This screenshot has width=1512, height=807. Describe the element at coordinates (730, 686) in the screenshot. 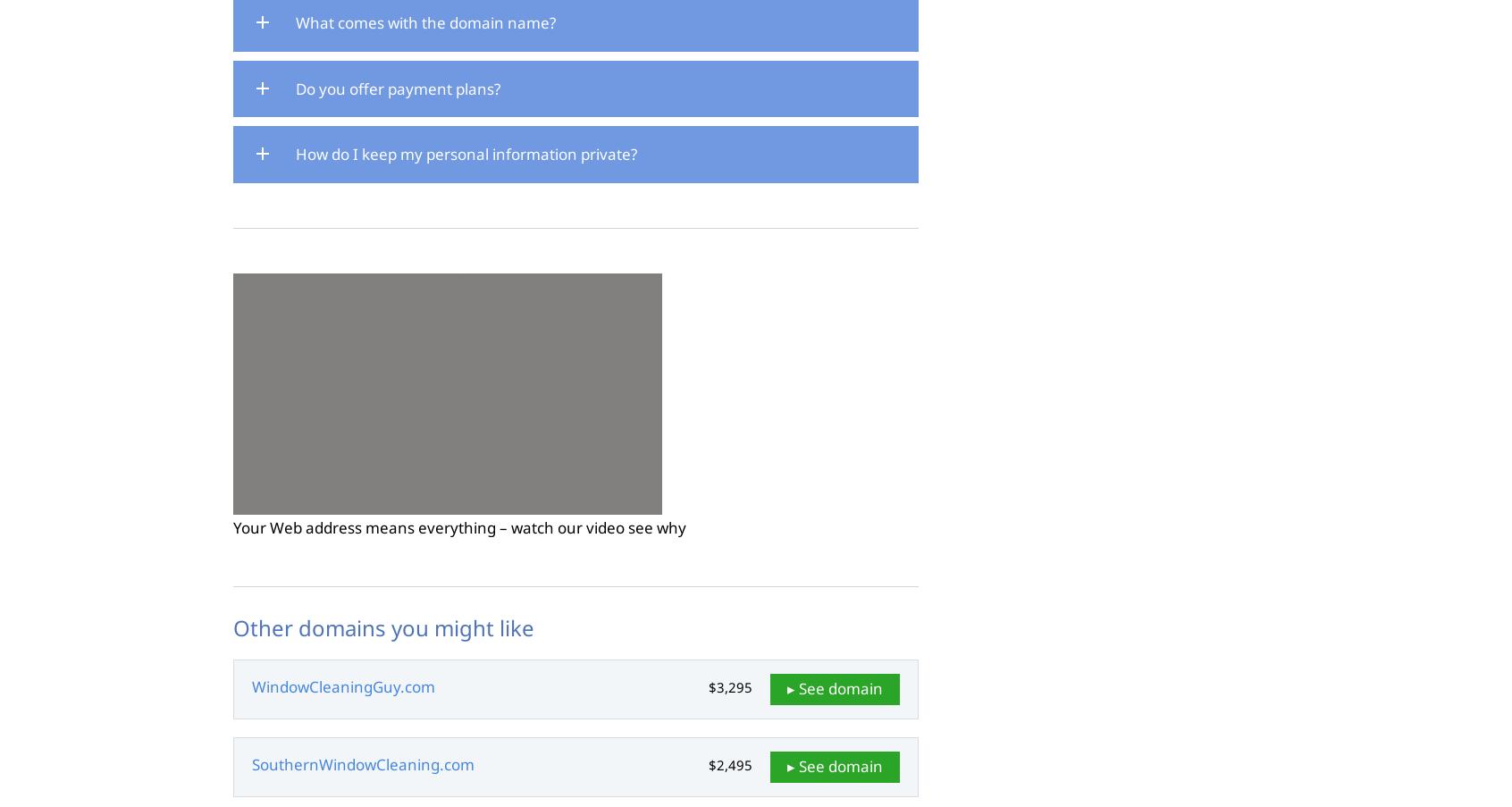

I see `'$3,295'` at that location.